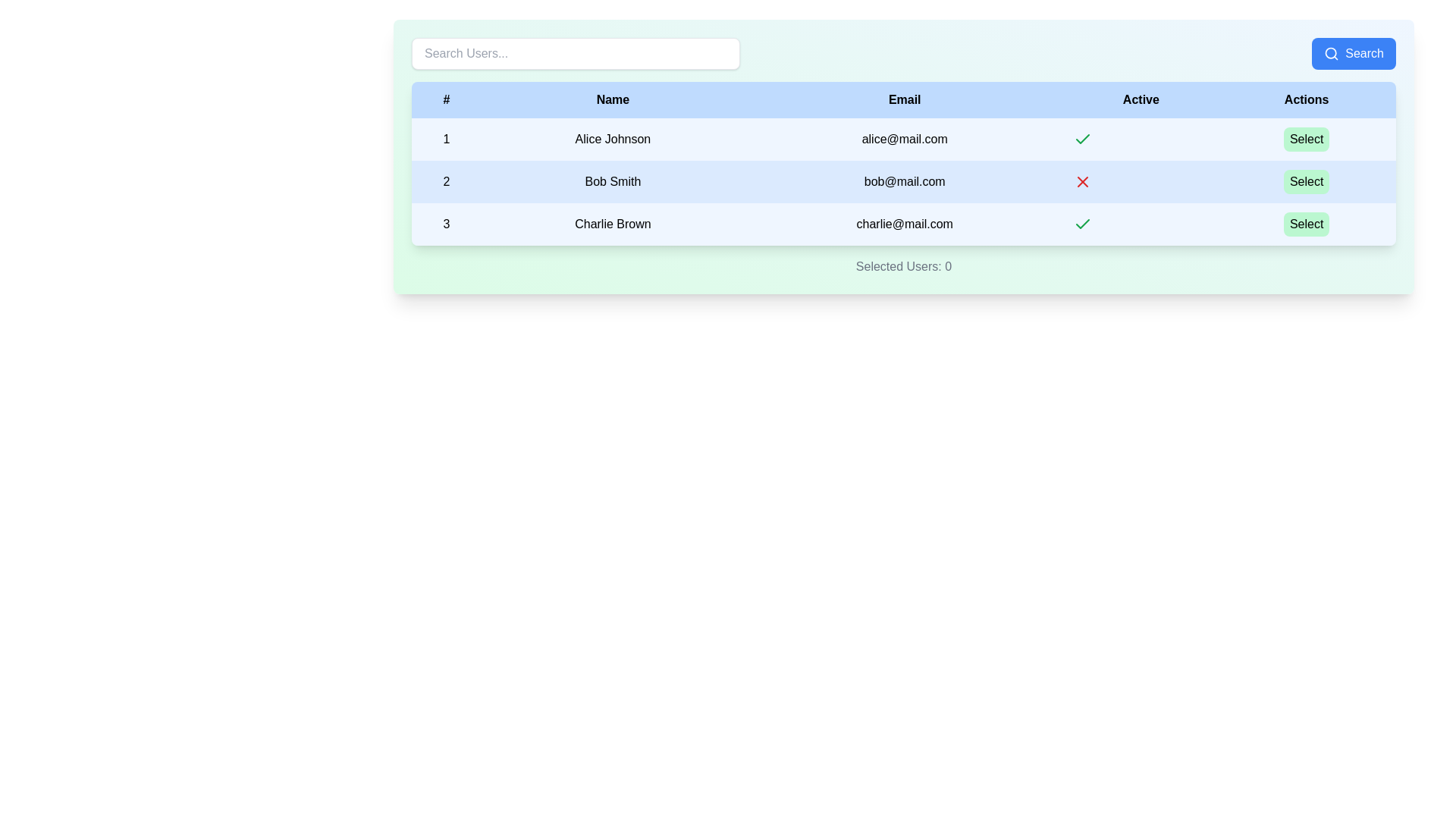 This screenshot has height=819, width=1456. Describe the element at coordinates (1306, 99) in the screenshot. I see `the table header cell labeled 'Actions', which is the last column header in a data table with a light blue background and black text` at that location.